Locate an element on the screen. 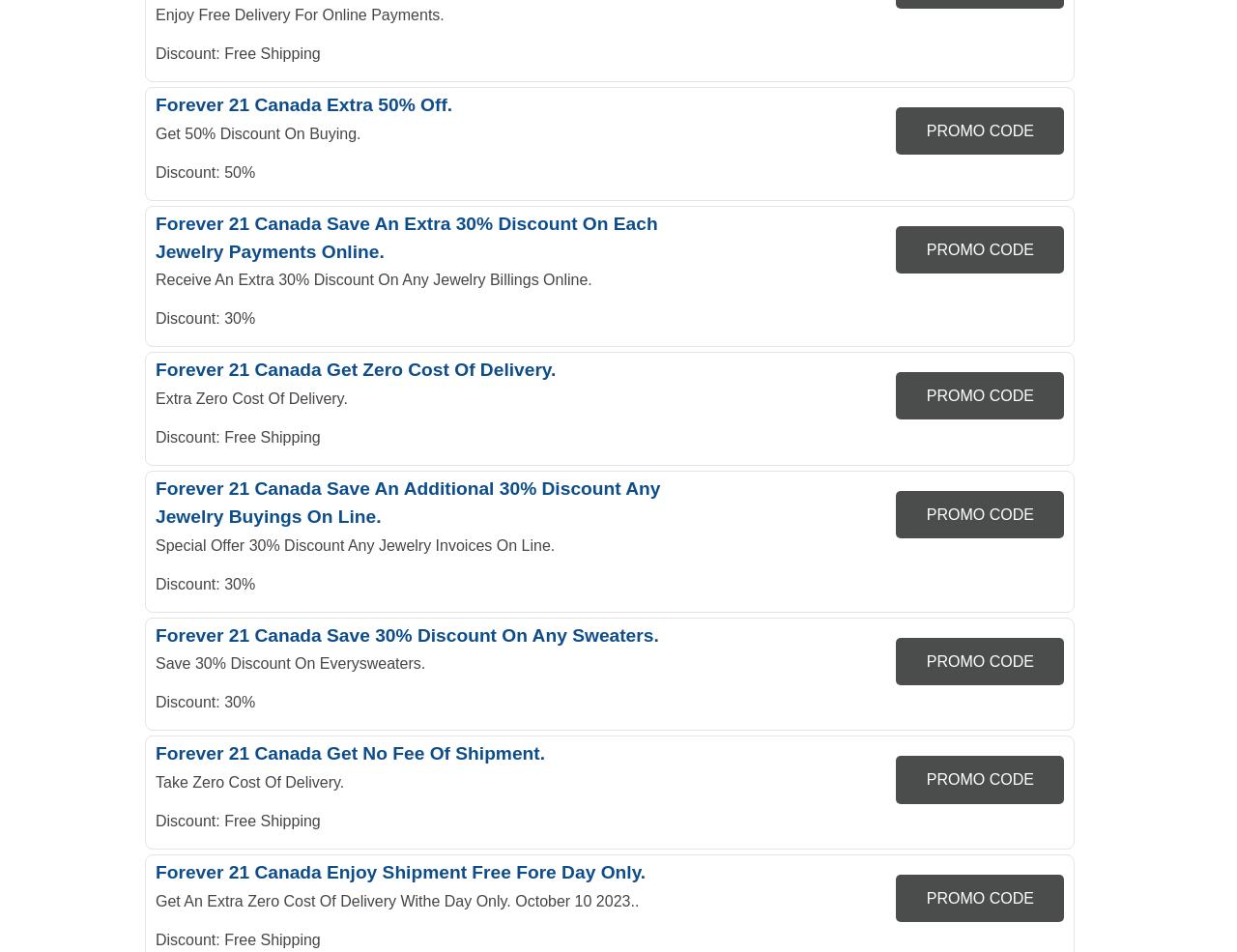 Image resolution: width=1237 pixels, height=952 pixels. 'Forever 21 Canada Extra 50% Off.' is located at coordinates (302, 103).